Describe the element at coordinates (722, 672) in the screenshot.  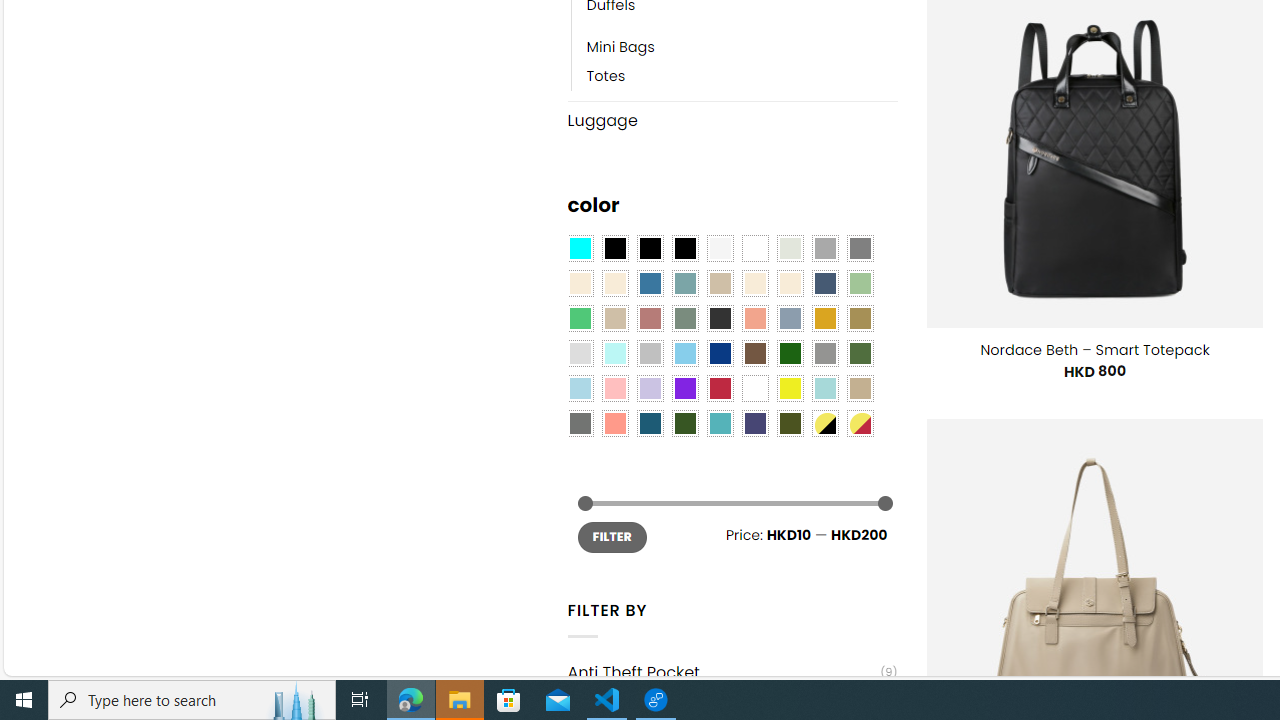
I see `'Anti Theft Pocket'` at that location.